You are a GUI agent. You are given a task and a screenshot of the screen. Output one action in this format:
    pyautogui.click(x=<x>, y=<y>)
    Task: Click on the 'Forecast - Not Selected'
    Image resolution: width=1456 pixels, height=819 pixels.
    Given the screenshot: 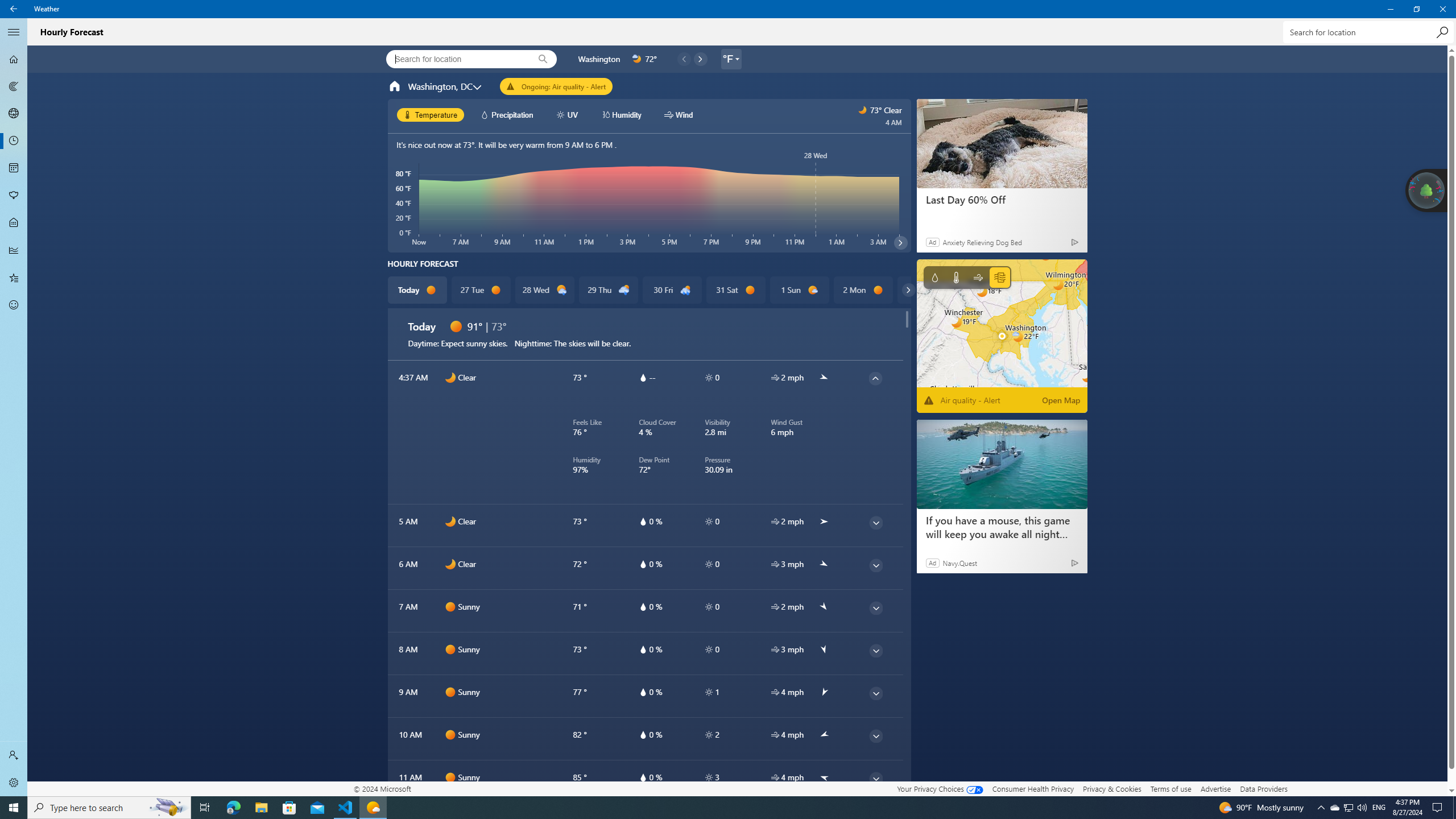 What is the action you would take?
    pyautogui.click(x=14, y=59)
    